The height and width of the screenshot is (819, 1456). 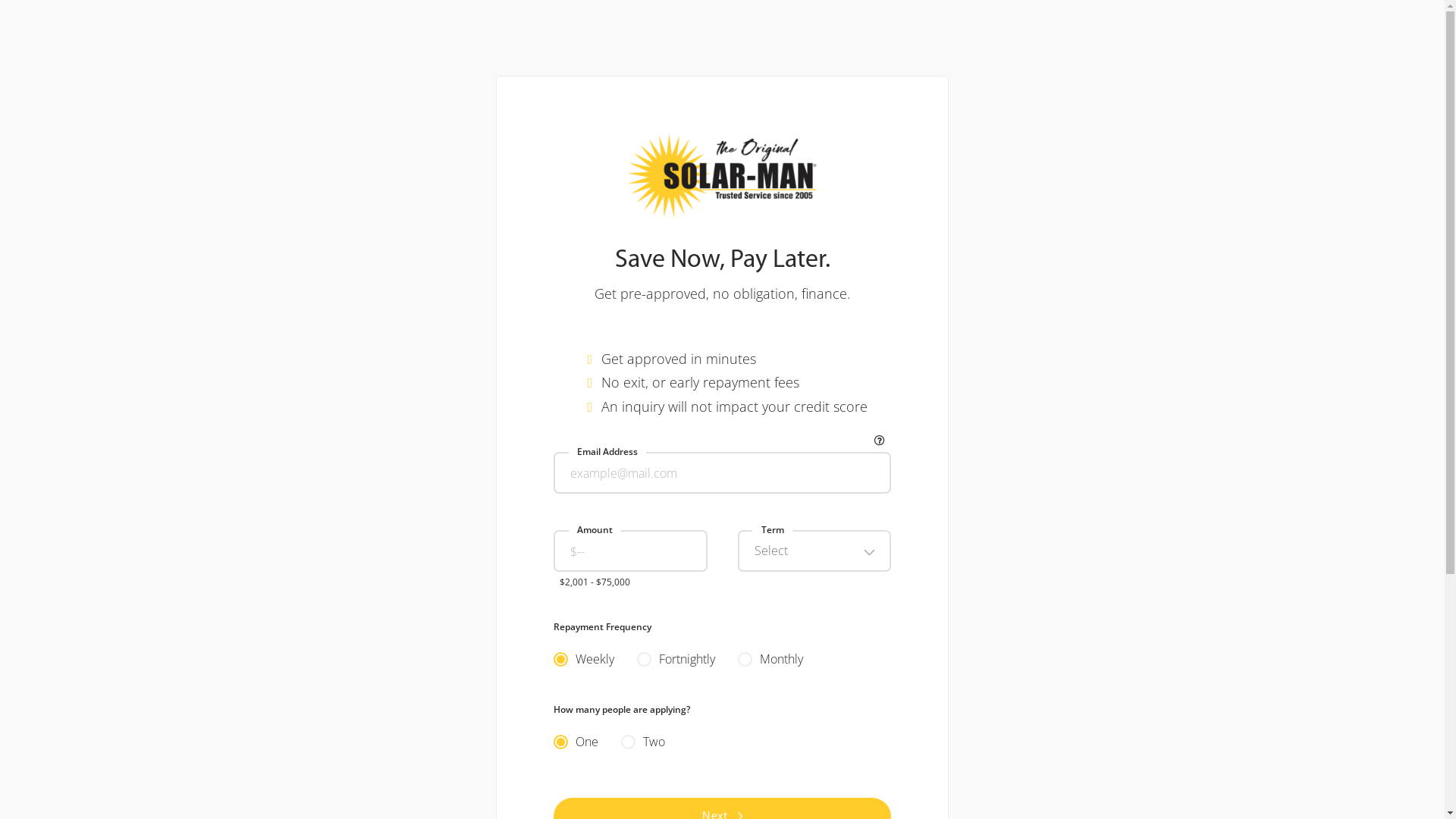 What do you see at coordinates (736, 551) in the screenshot?
I see `'Select'` at bounding box center [736, 551].